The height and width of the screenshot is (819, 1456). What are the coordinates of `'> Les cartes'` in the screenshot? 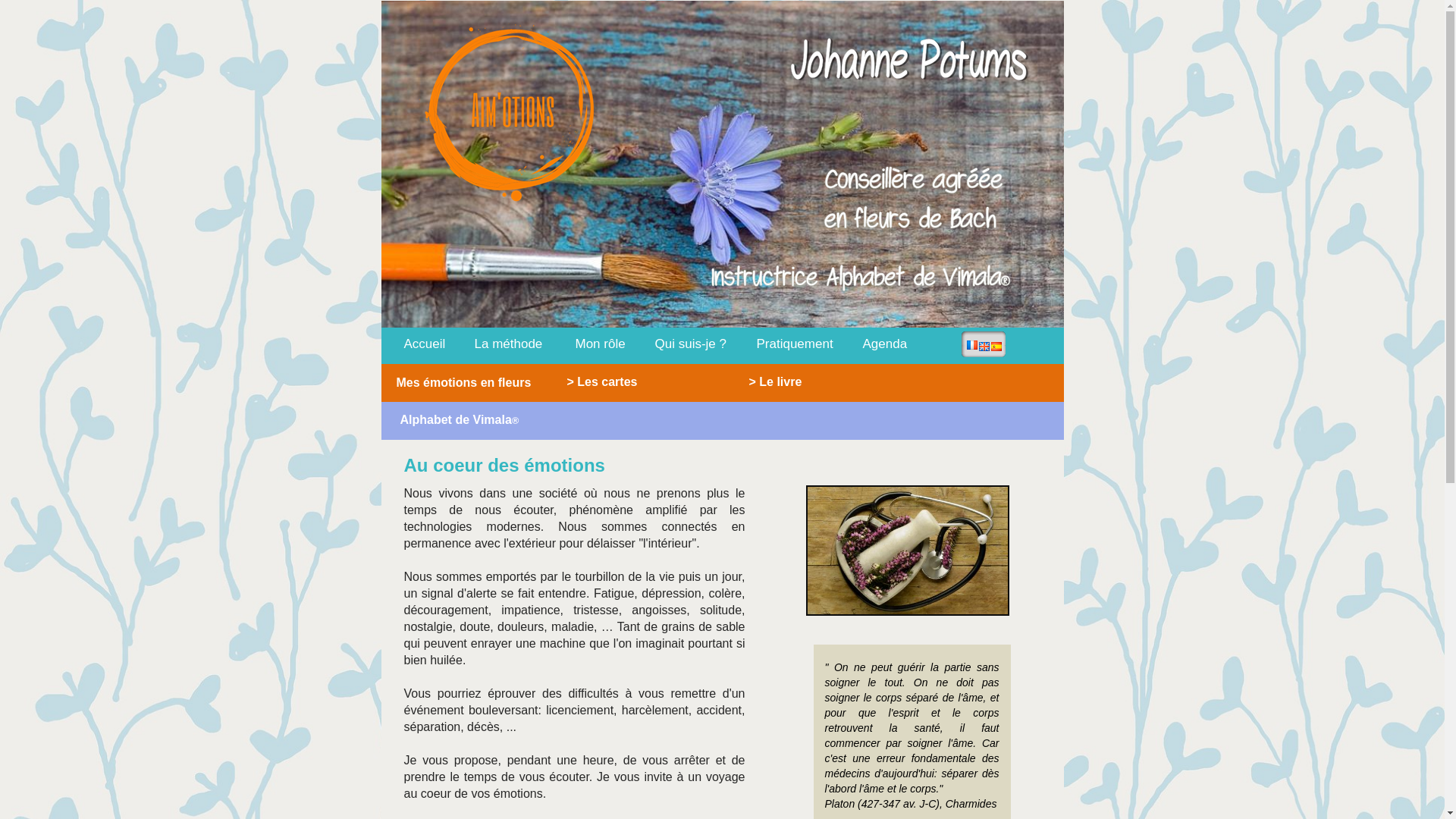 It's located at (630, 379).